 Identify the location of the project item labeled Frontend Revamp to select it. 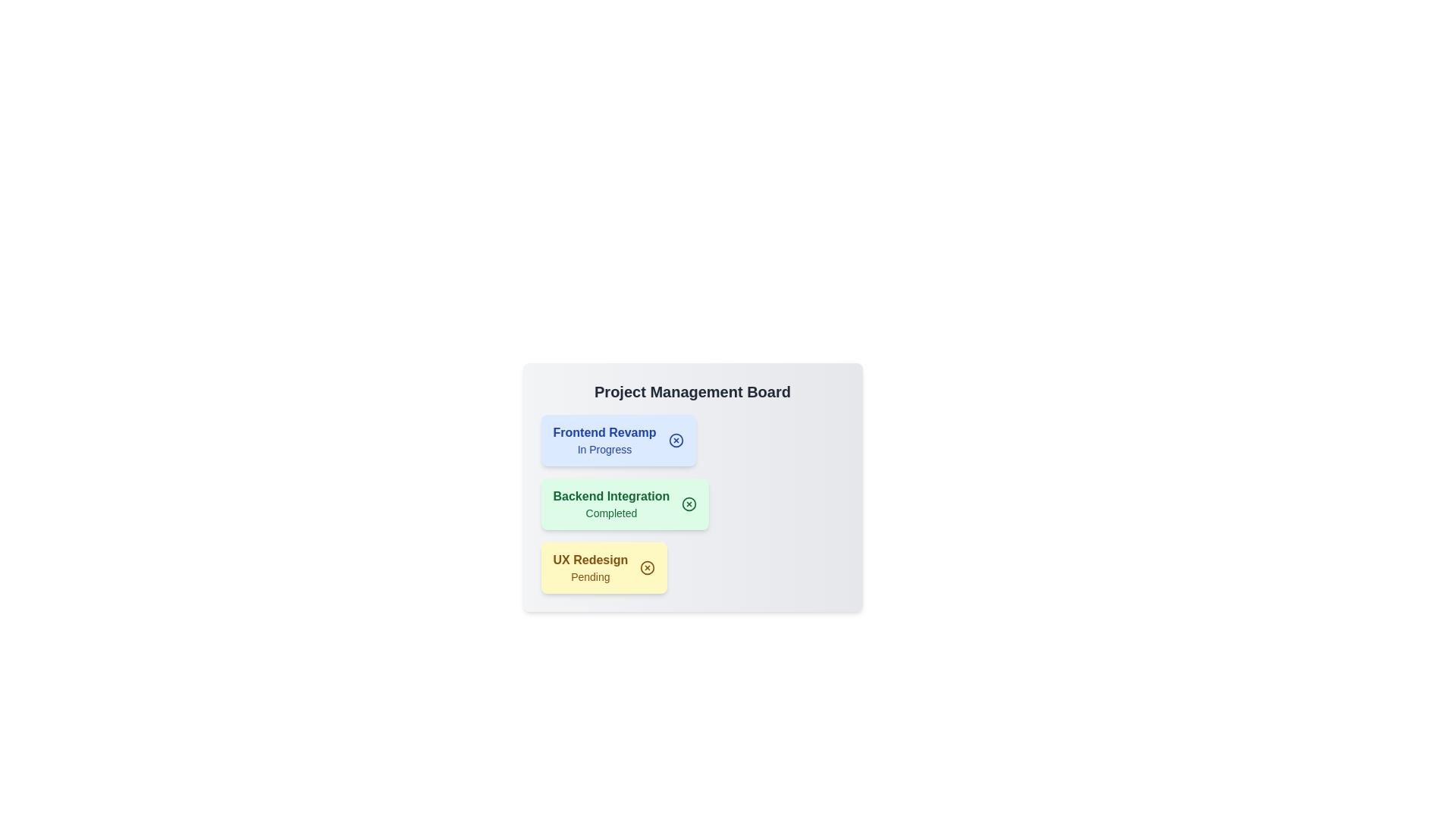
(604, 441).